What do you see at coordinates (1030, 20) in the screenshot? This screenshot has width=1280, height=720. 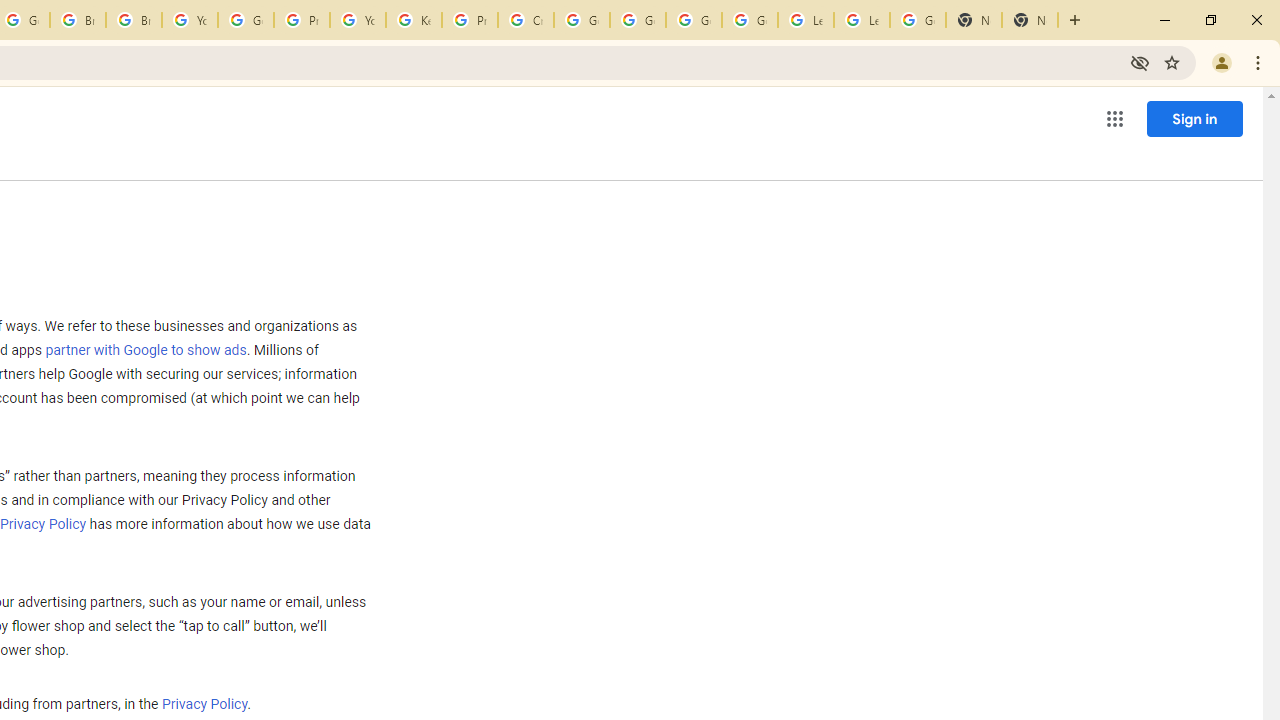 I see `'New Tab'` at bounding box center [1030, 20].